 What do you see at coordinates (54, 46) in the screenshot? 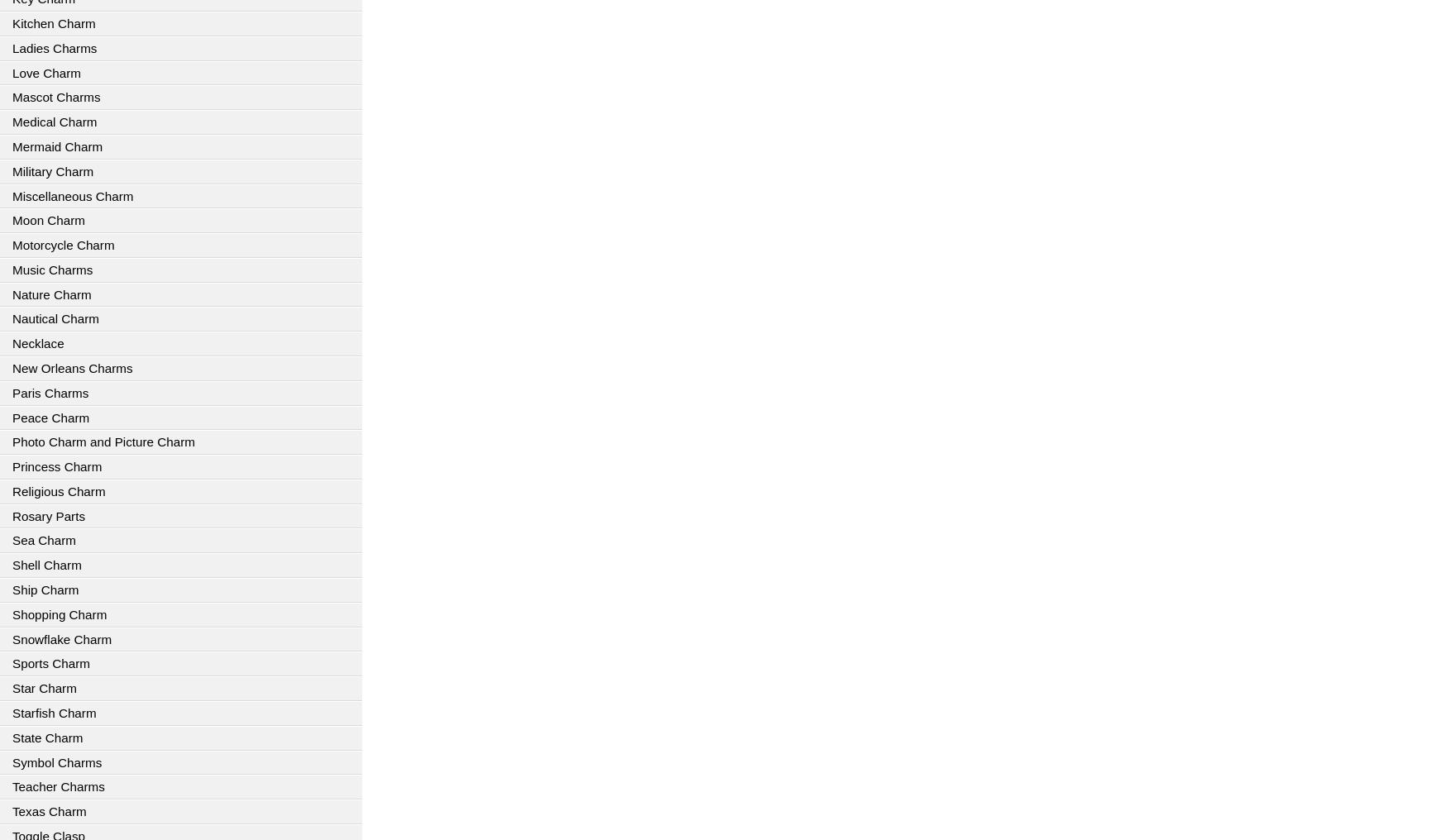
I see `'Ladies Charms'` at bounding box center [54, 46].